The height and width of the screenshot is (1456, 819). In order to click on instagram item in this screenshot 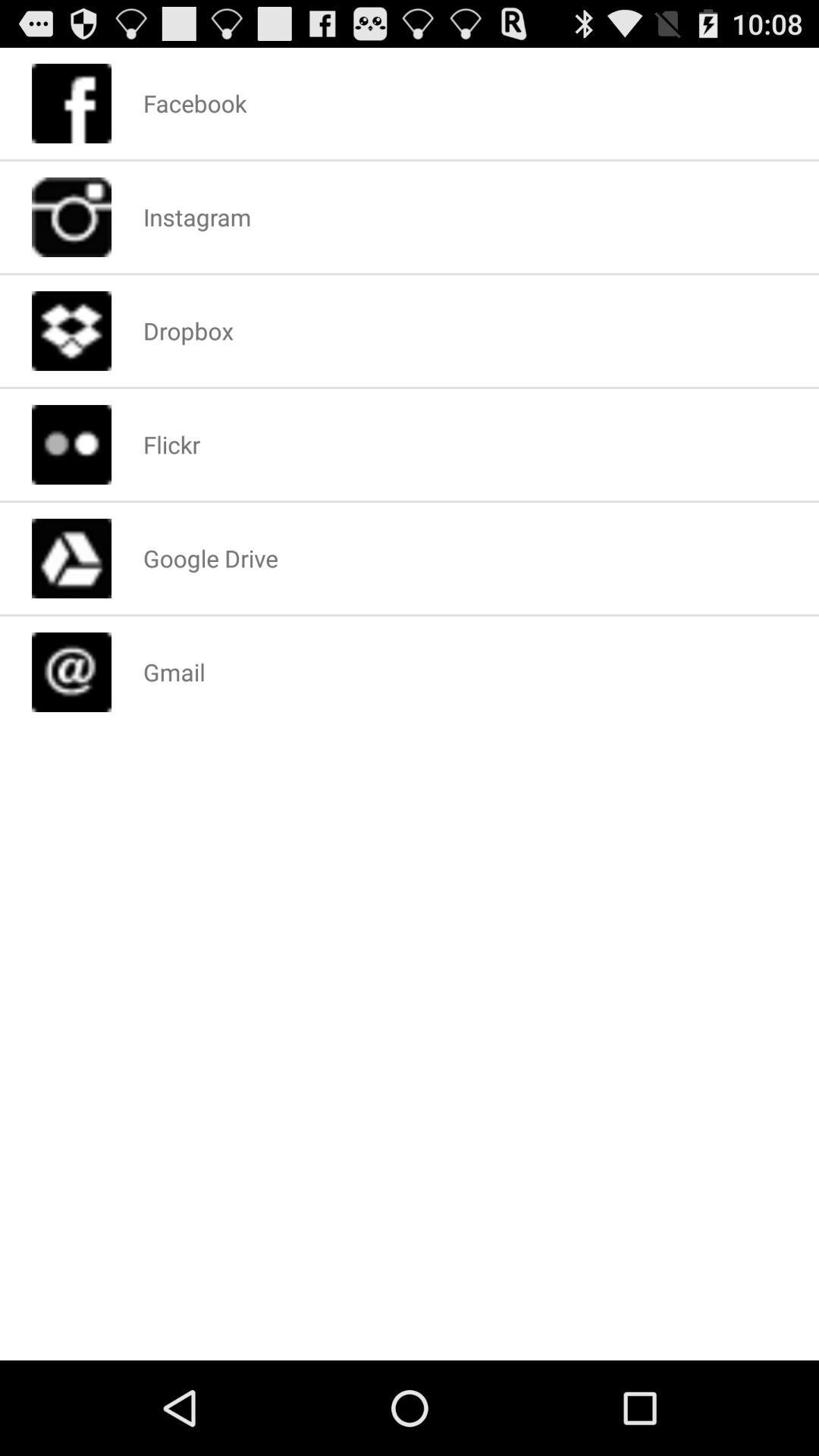, I will do `click(196, 216)`.